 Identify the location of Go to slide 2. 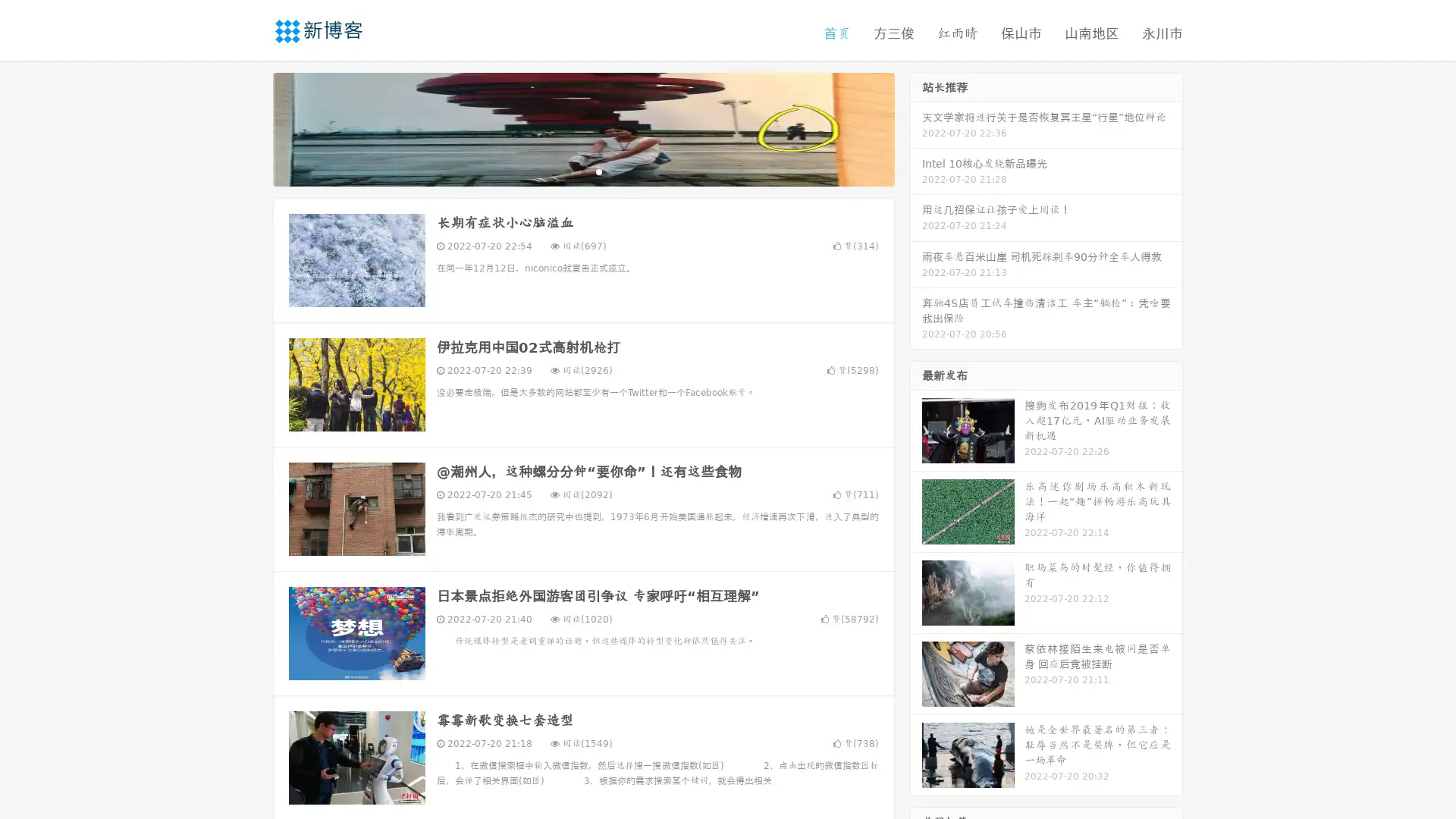
(582, 171).